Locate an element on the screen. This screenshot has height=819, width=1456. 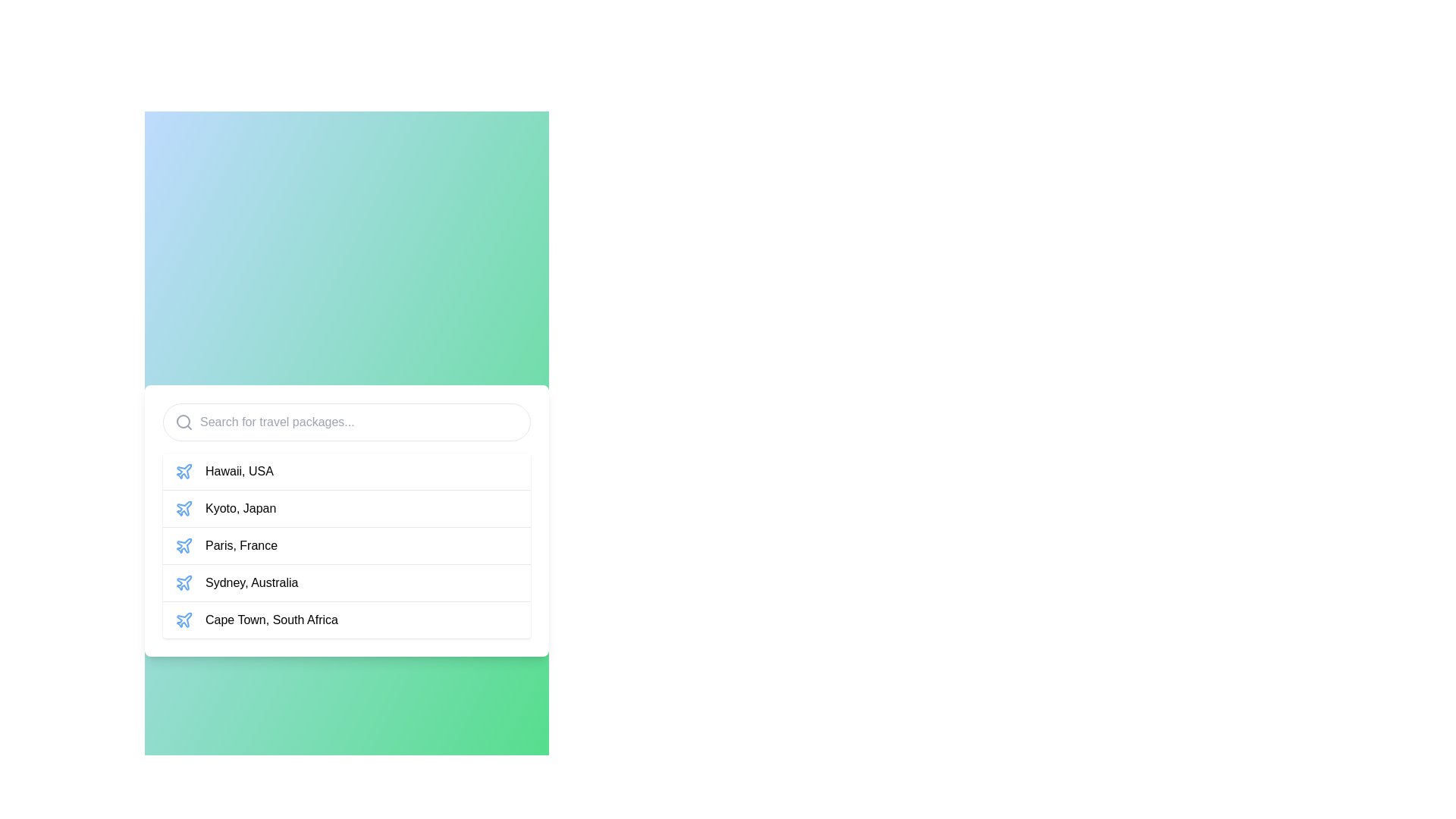
the blue airplane icon located to the left of the 'Kyoto, Japan' label in the travel destinations list, which is the second item beneath the search bar is located at coordinates (184, 470).